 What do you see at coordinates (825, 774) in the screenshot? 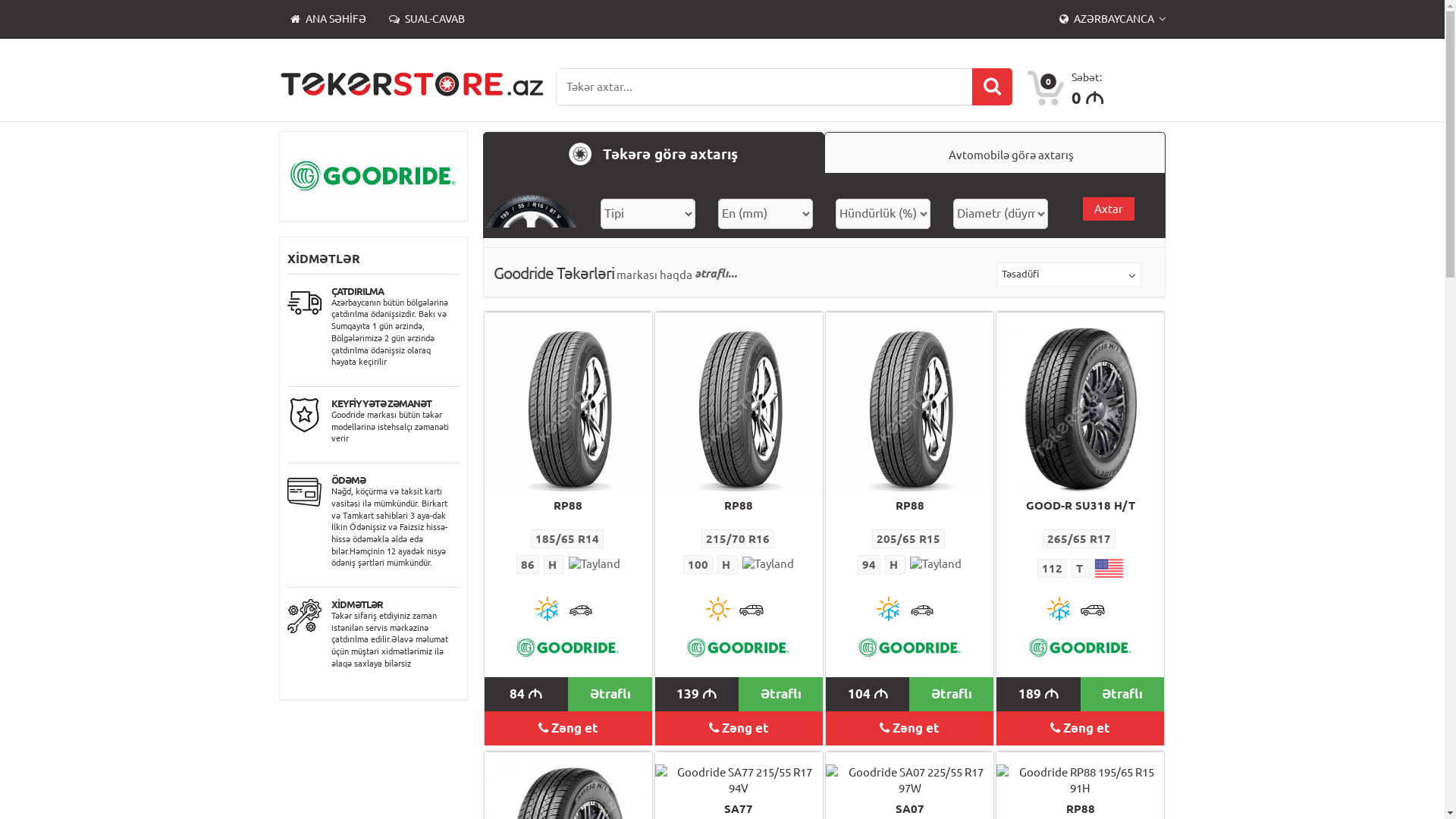
I see `'Goodride SA07 225/55 R17 97W'` at bounding box center [825, 774].